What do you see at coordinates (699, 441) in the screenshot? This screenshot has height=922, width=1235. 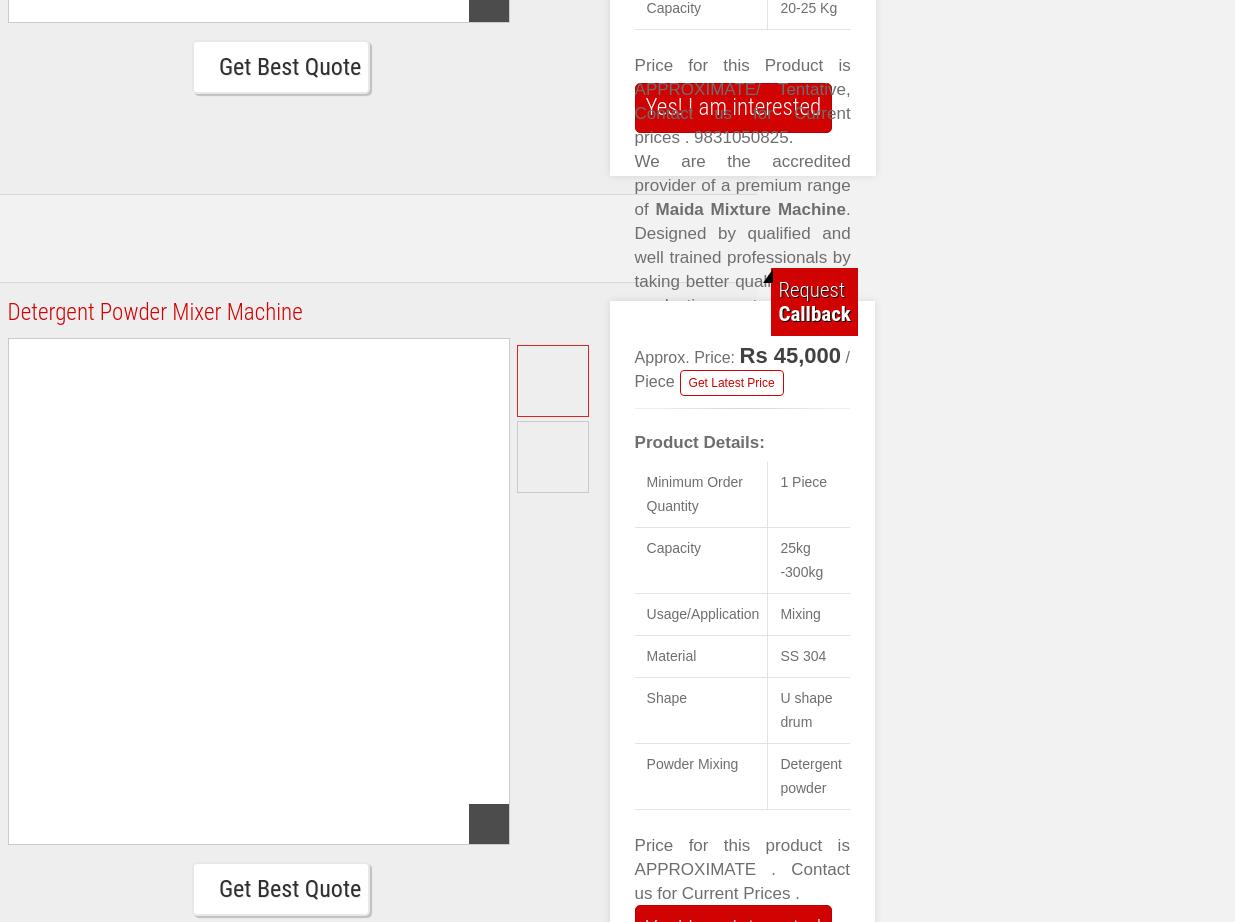 I see `'Product Details:'` at bounding box center [699, 441].